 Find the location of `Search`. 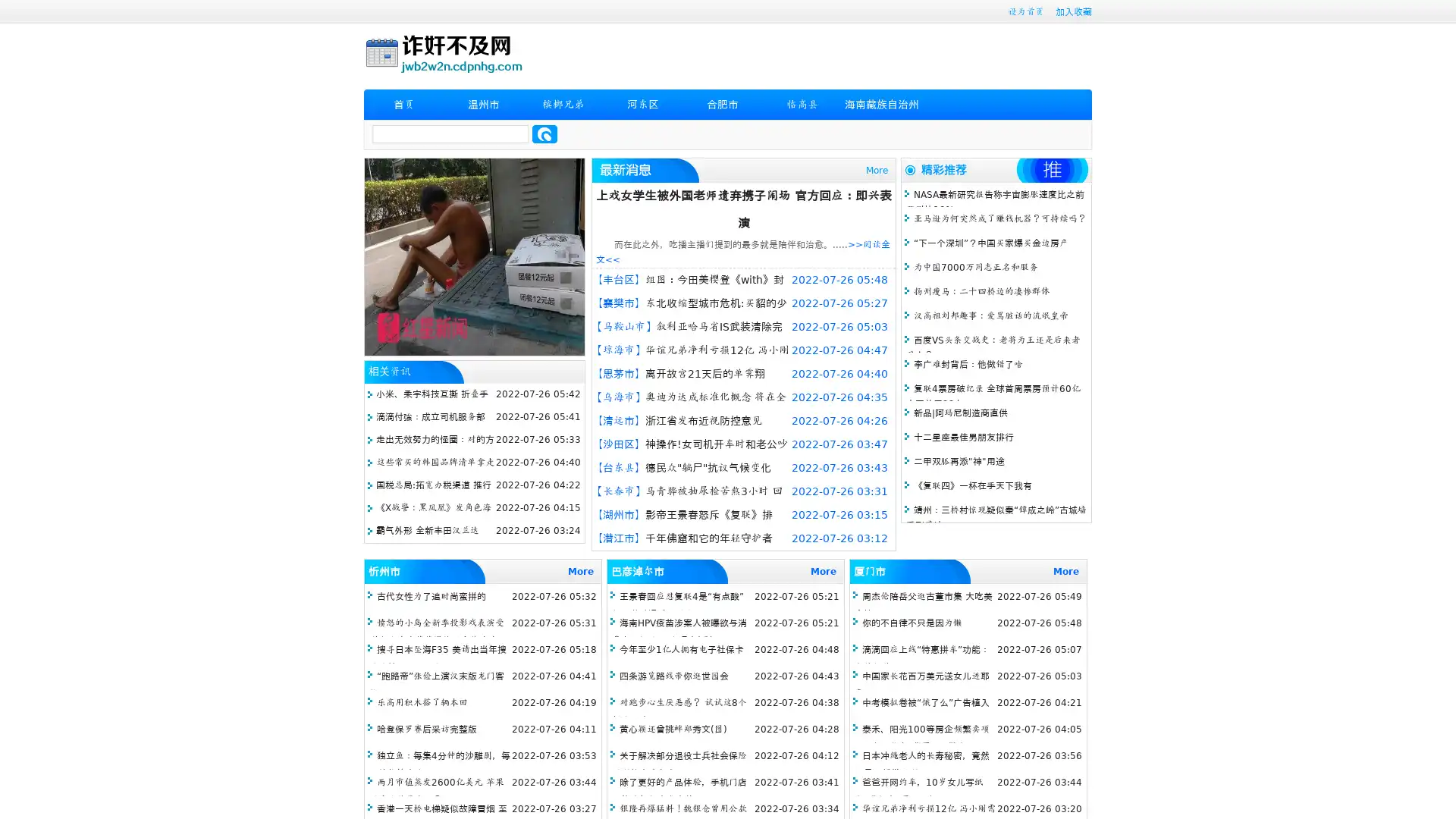

Search is located at coordinates (544, 133).